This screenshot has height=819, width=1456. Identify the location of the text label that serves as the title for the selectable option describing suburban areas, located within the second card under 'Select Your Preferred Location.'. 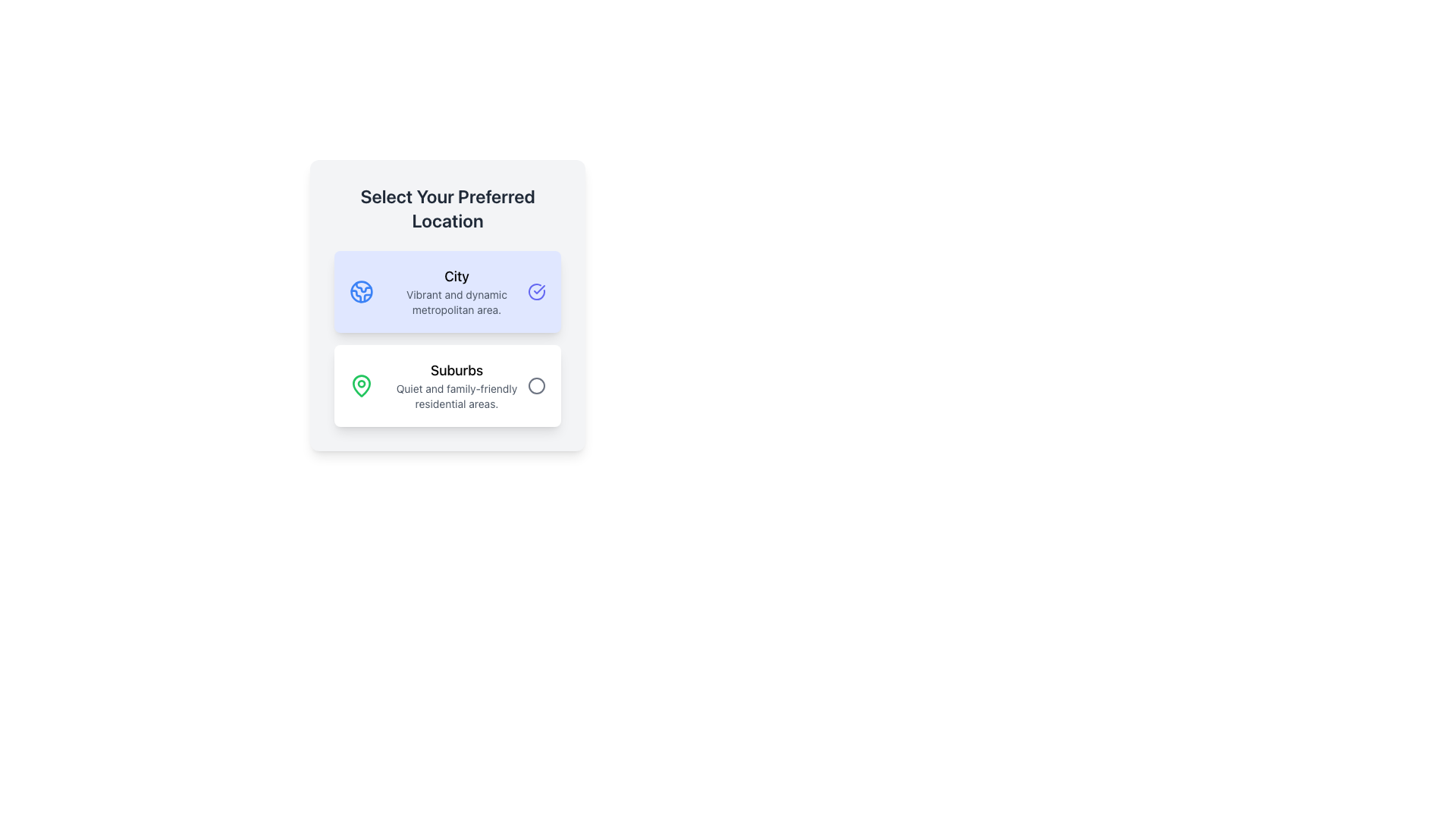
(456, 371).